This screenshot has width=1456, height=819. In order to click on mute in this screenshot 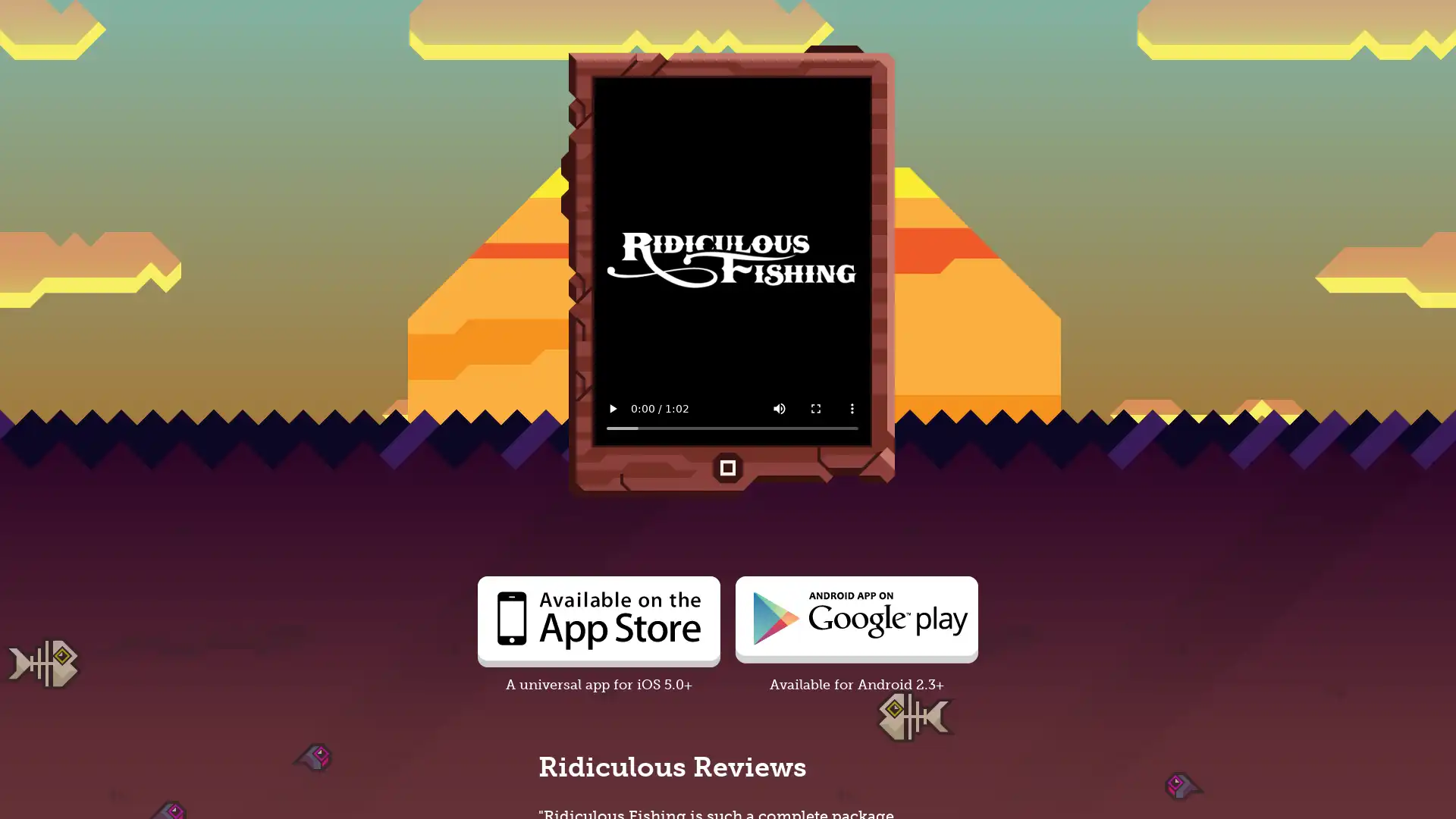, I will do `click(779, 408)`.